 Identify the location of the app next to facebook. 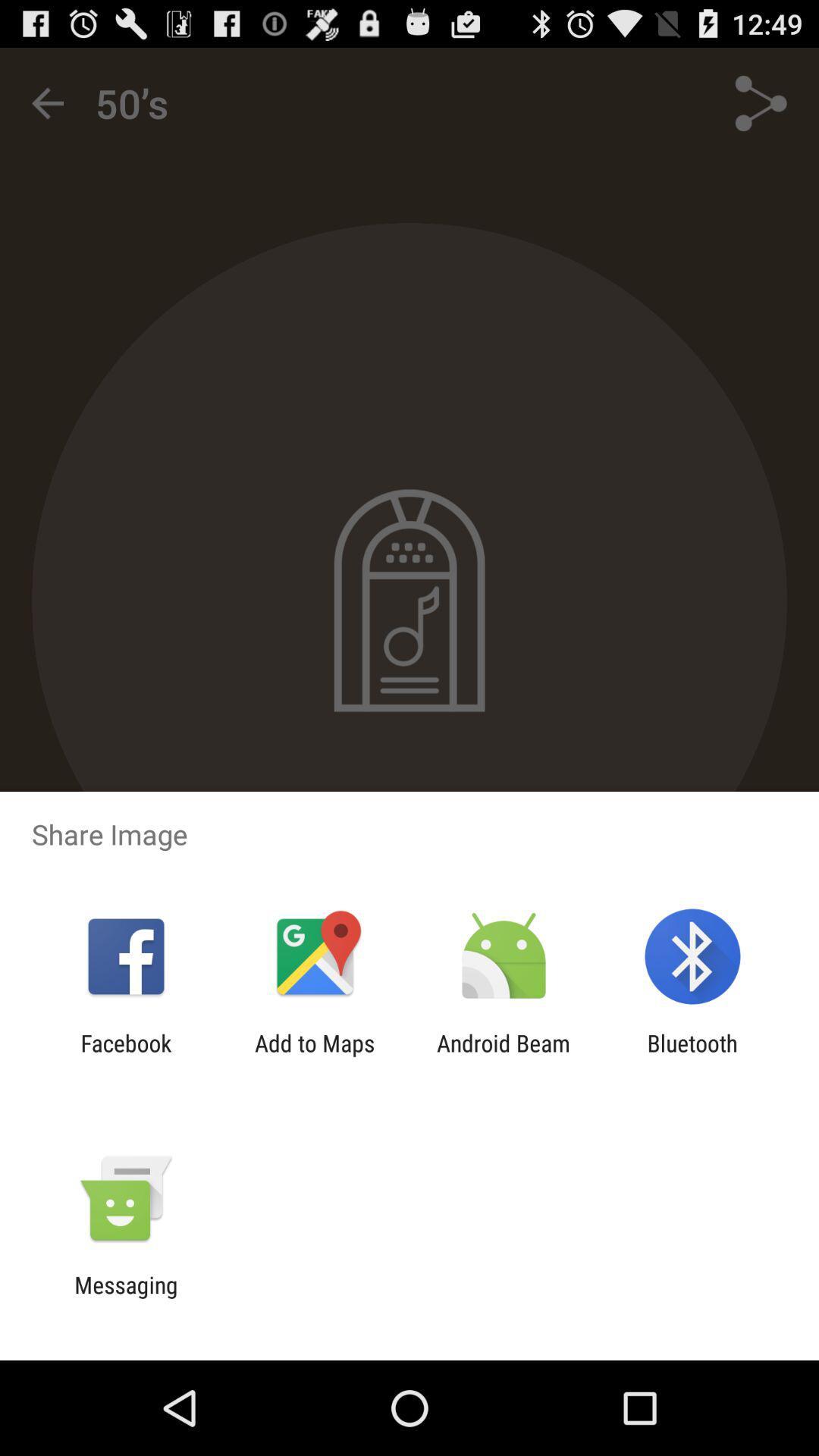
(314, 1056).